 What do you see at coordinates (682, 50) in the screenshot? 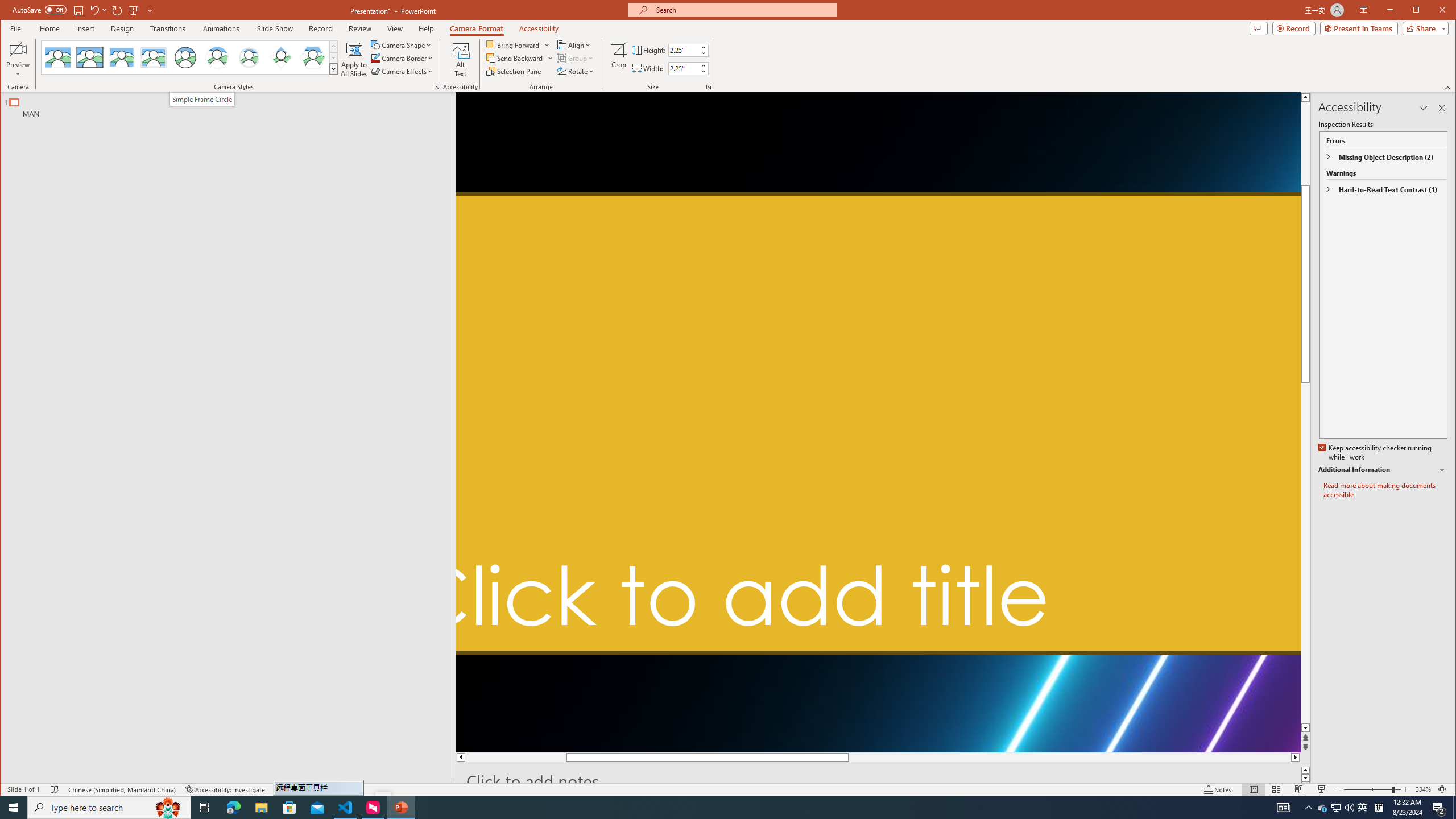
I see `'Cameo Height'` at bounding box center [682, 50].